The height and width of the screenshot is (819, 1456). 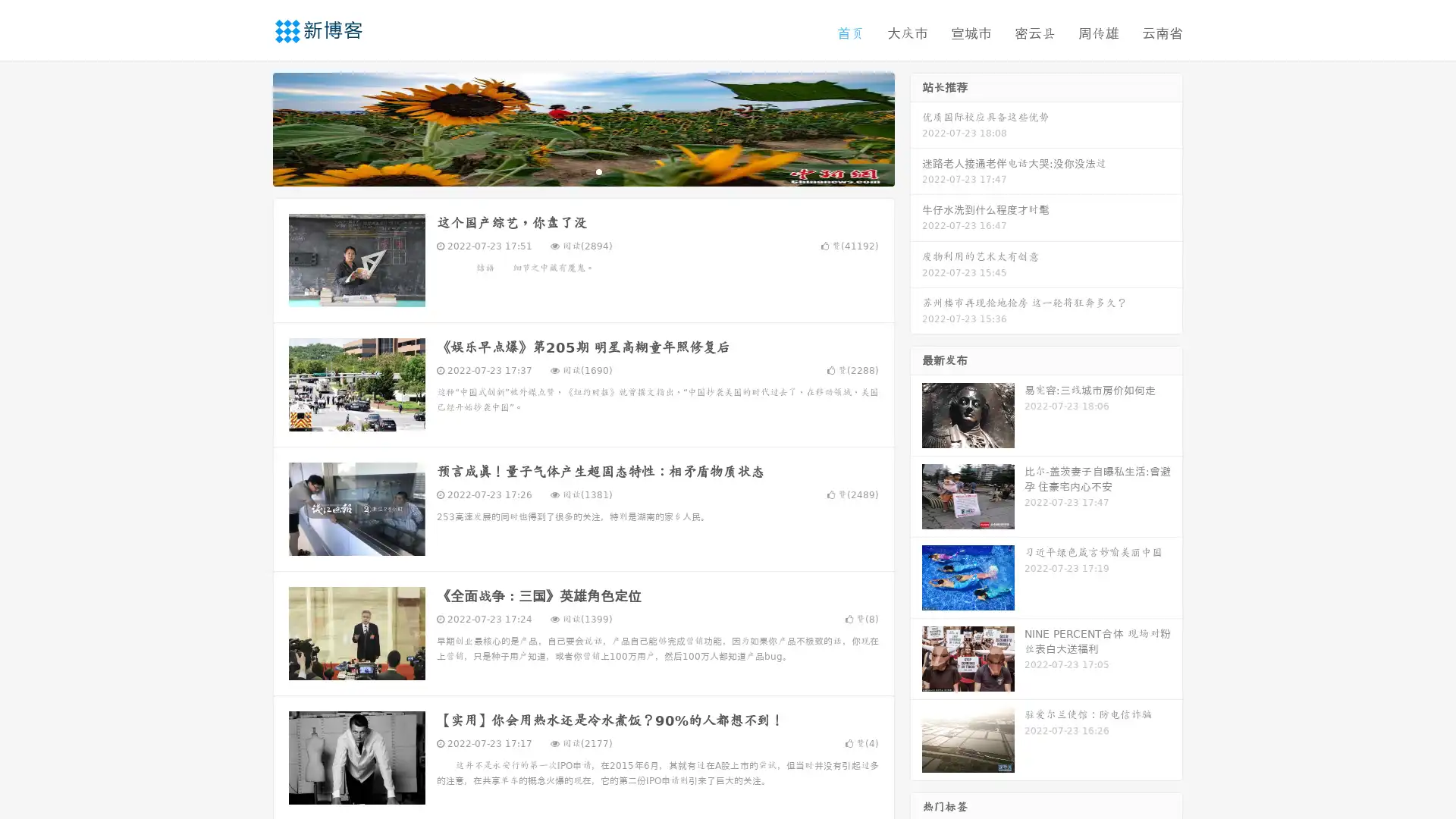 What do you see at coordinates (598, 171) in the screenshot?
I see `Go to slide 3` at bounding box center [598, 171].